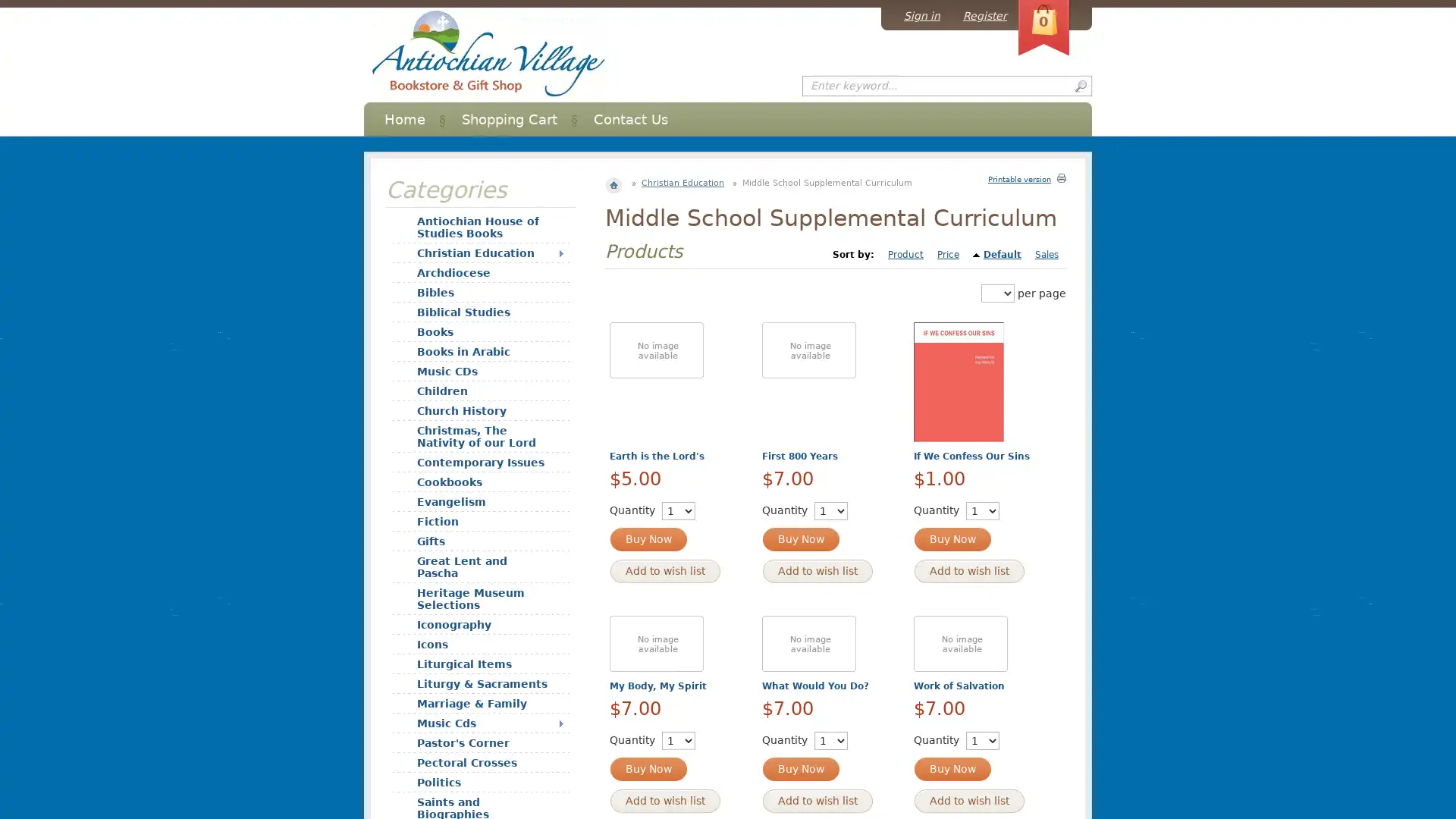  What do you see at coordinates (816, 800) in the screenshot?
I see `Add to wish list` at bounding box center [816, 800].